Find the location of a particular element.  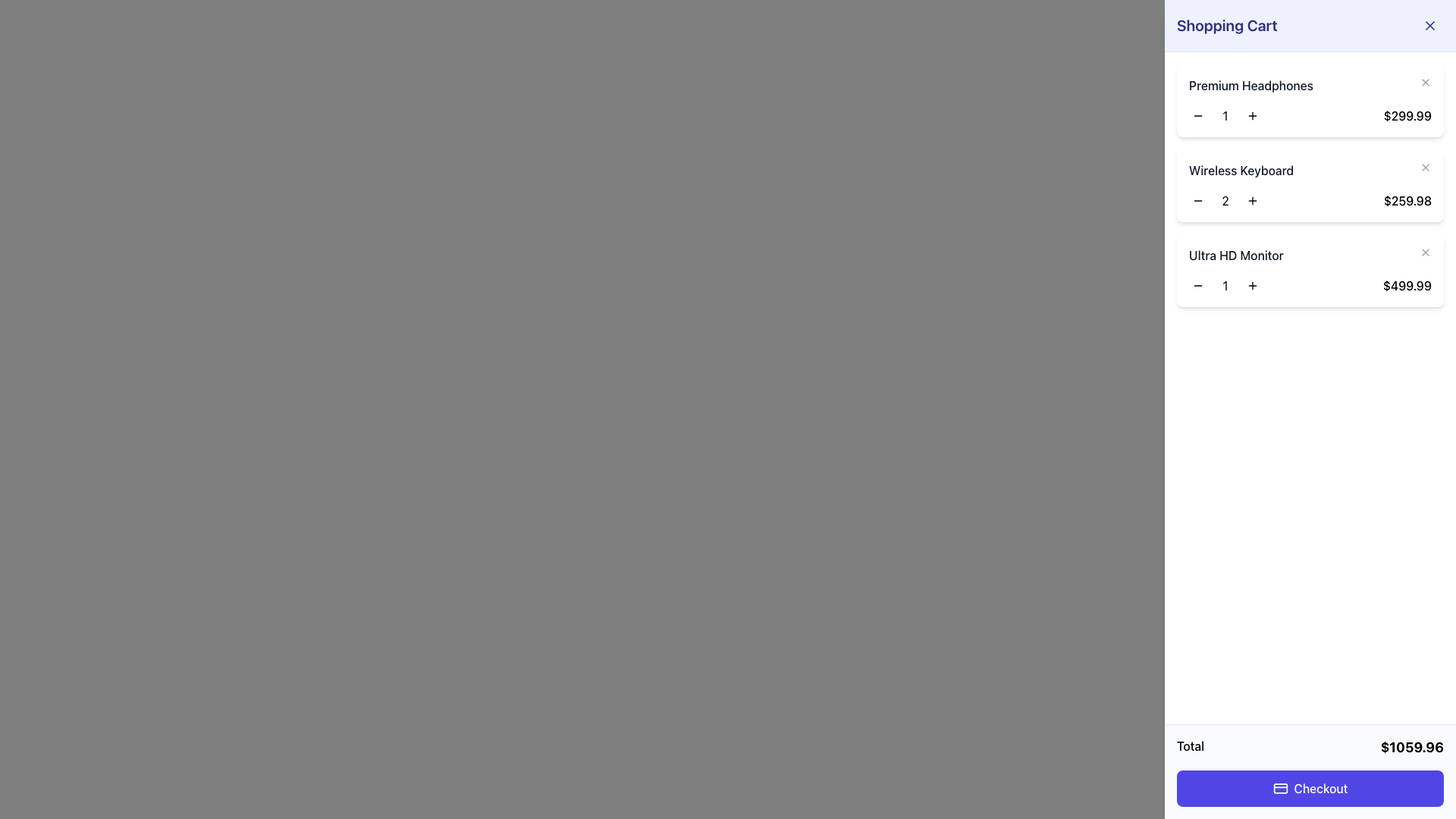

the small circular button with a minus icon ('-') located to the left of the quantity number in the shopping cart interface to decrement the item quantity is located at coordinates (1197, 115).